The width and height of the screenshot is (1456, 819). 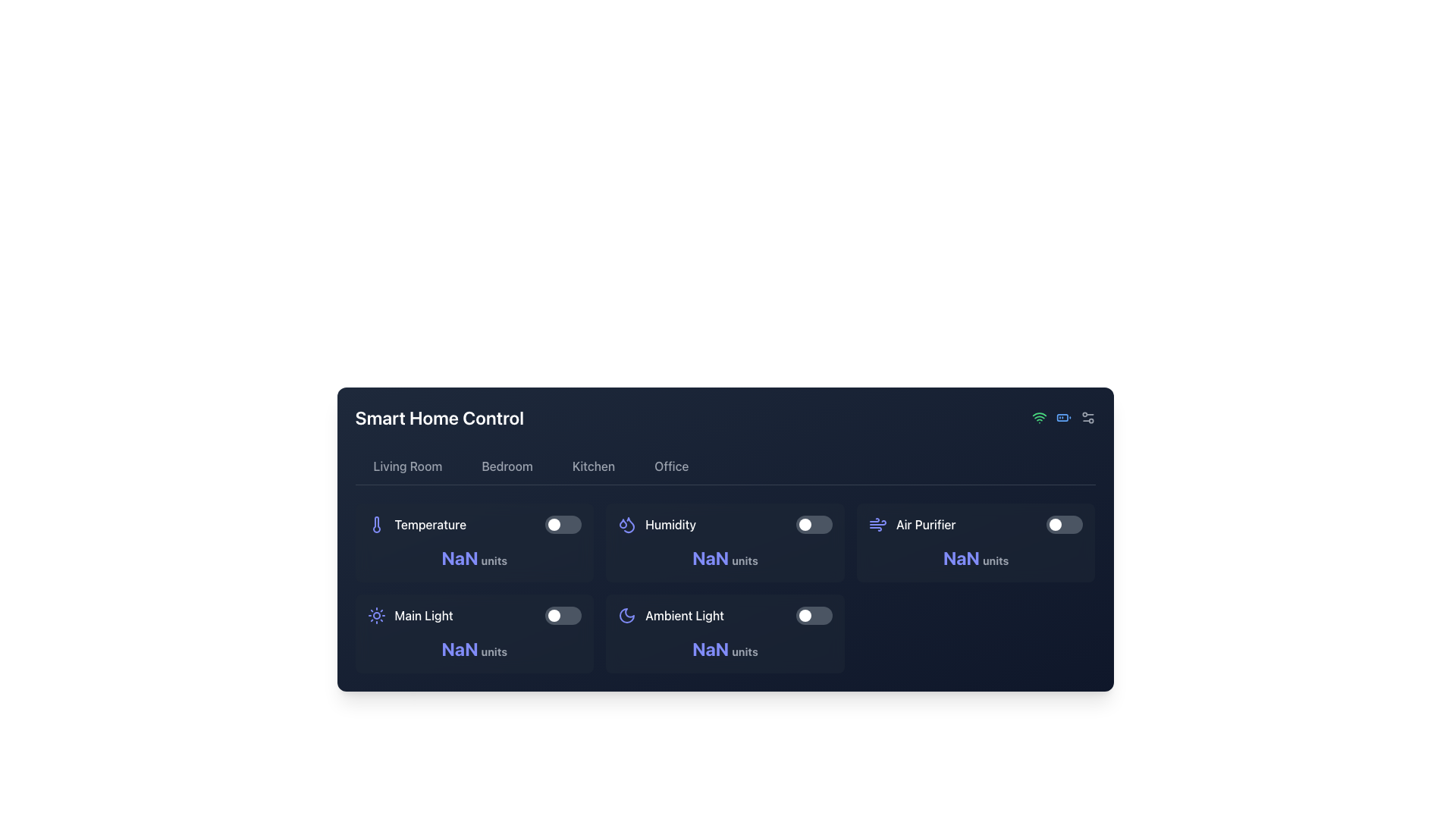 What do you see at coordinates (494, 560) in the screenshot?
I see `the static text label displaying 'units' which is located to the right of the bold 'NaN' text under the 'Temperature' section in the Smart Home Control panel` at bounding box center [494, 560].